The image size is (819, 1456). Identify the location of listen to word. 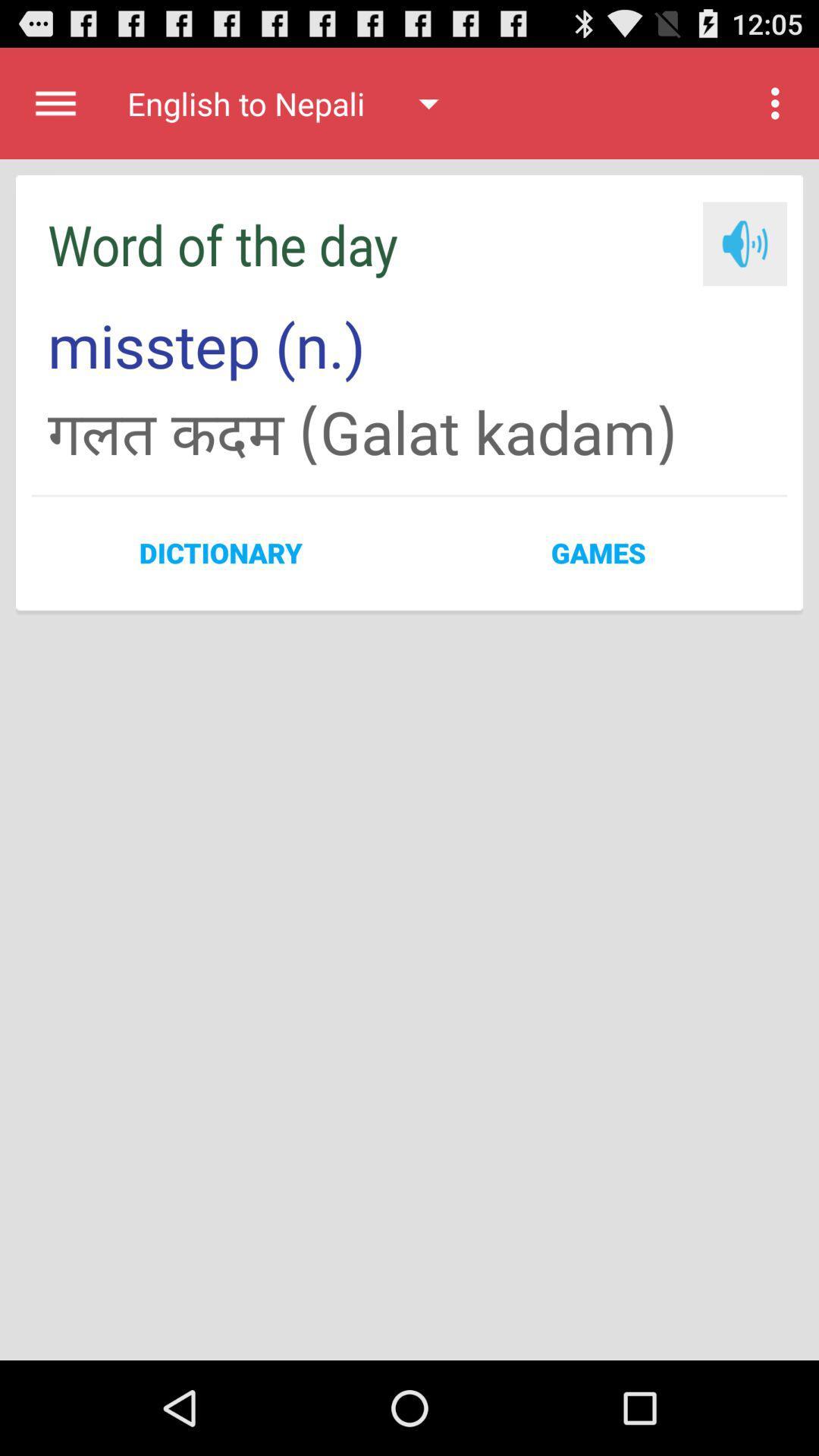
(744, 243).